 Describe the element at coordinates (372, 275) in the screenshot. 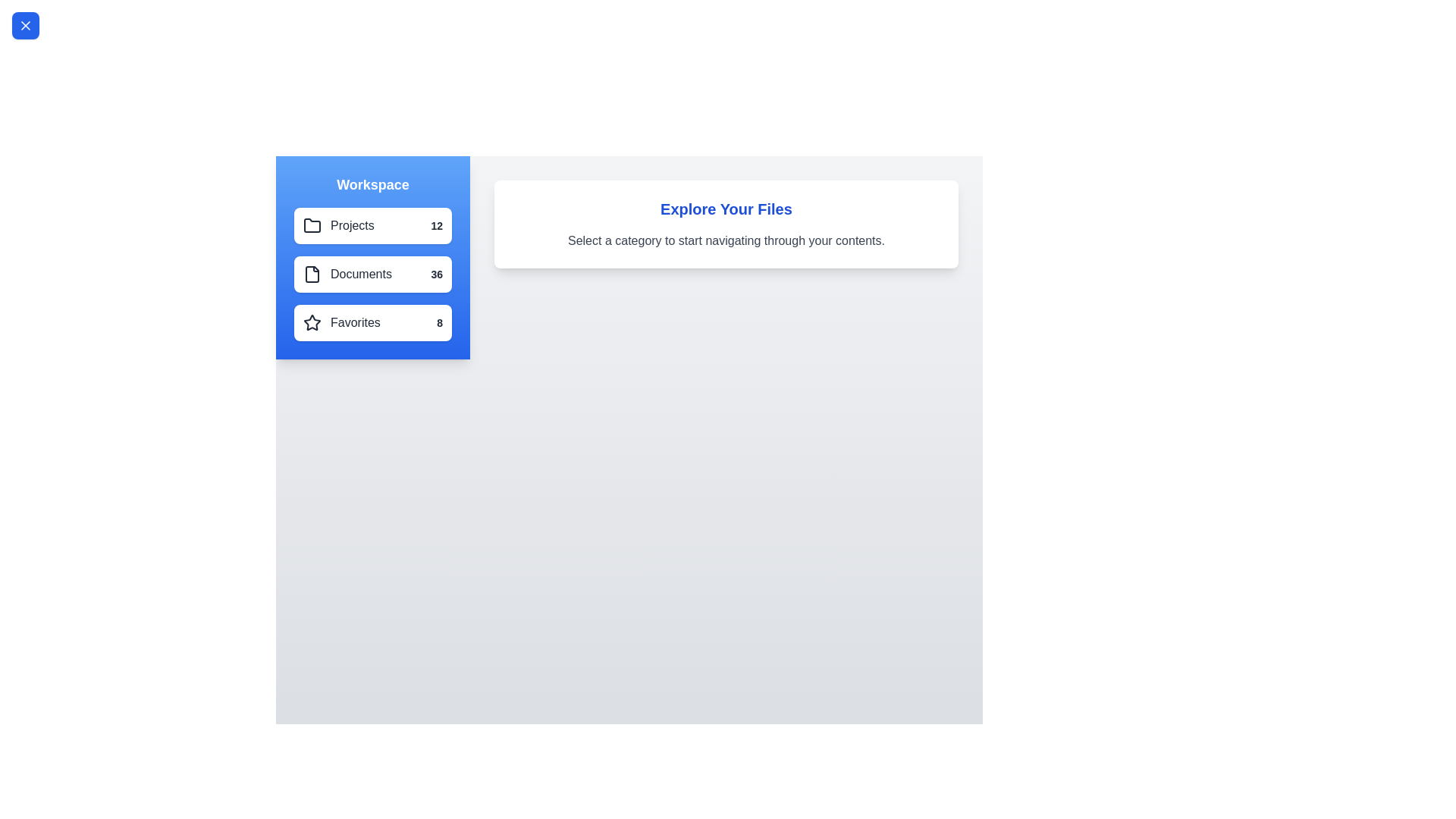

I see `the category Documents to observe its hover effects` at that location.